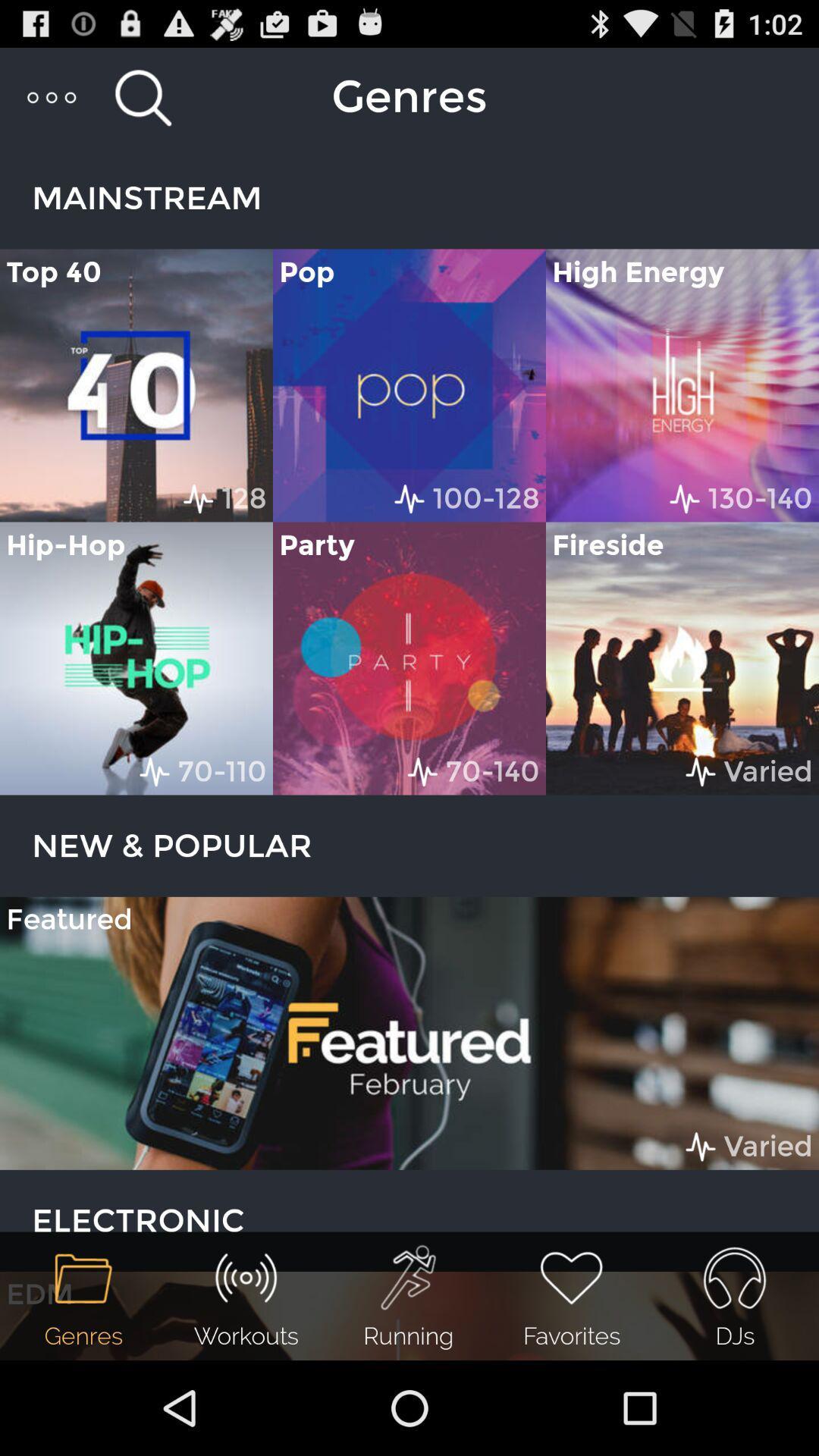 Image resolution: width=819 pixels, height=1456 pixels. I want to click on the icon above of genres, so click(83, 1277).